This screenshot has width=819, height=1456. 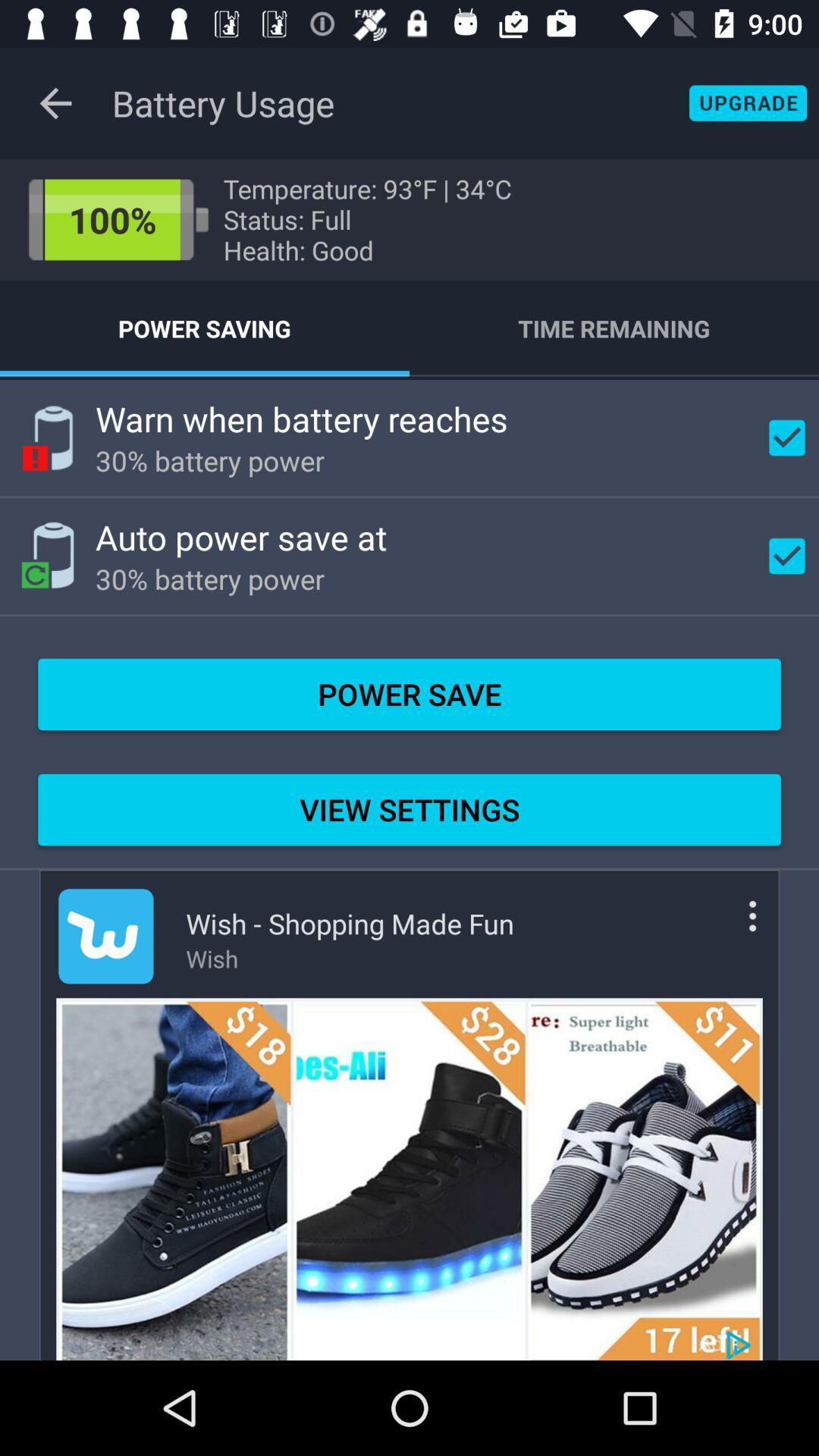 What do you see at coordinates (747, 102) in the screenshot?
I see `upgrade` at bounding box center [747, 102].